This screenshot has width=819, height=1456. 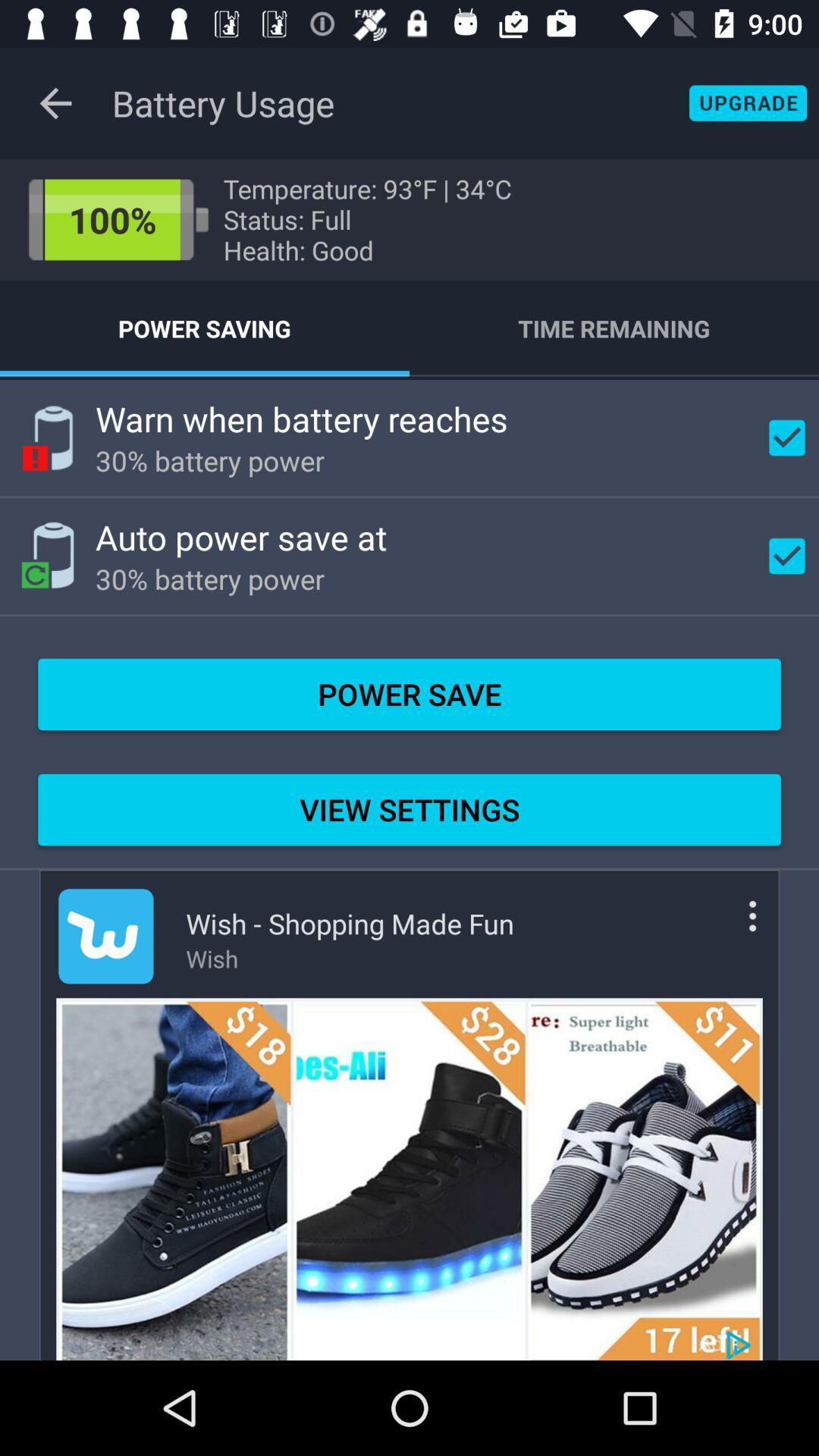 What do you see at coordinates (747, 102) in the screenshot?
I see `upgrade` at bounding box center [747, 102].